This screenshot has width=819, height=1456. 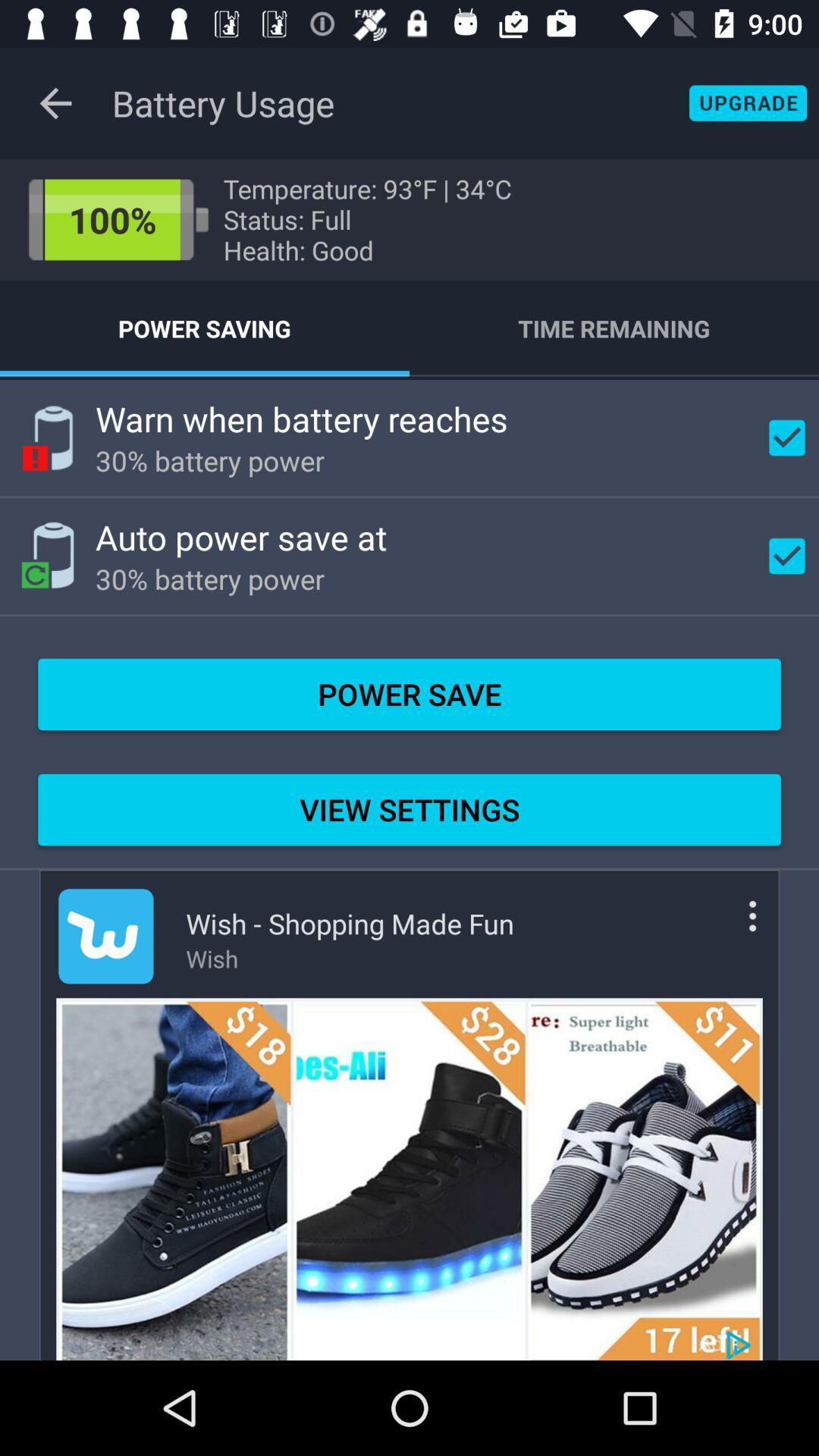 What do you see at coordinates (747, 102) in the screenshot?
I see `upgrade` at bounding box center [747, 102].